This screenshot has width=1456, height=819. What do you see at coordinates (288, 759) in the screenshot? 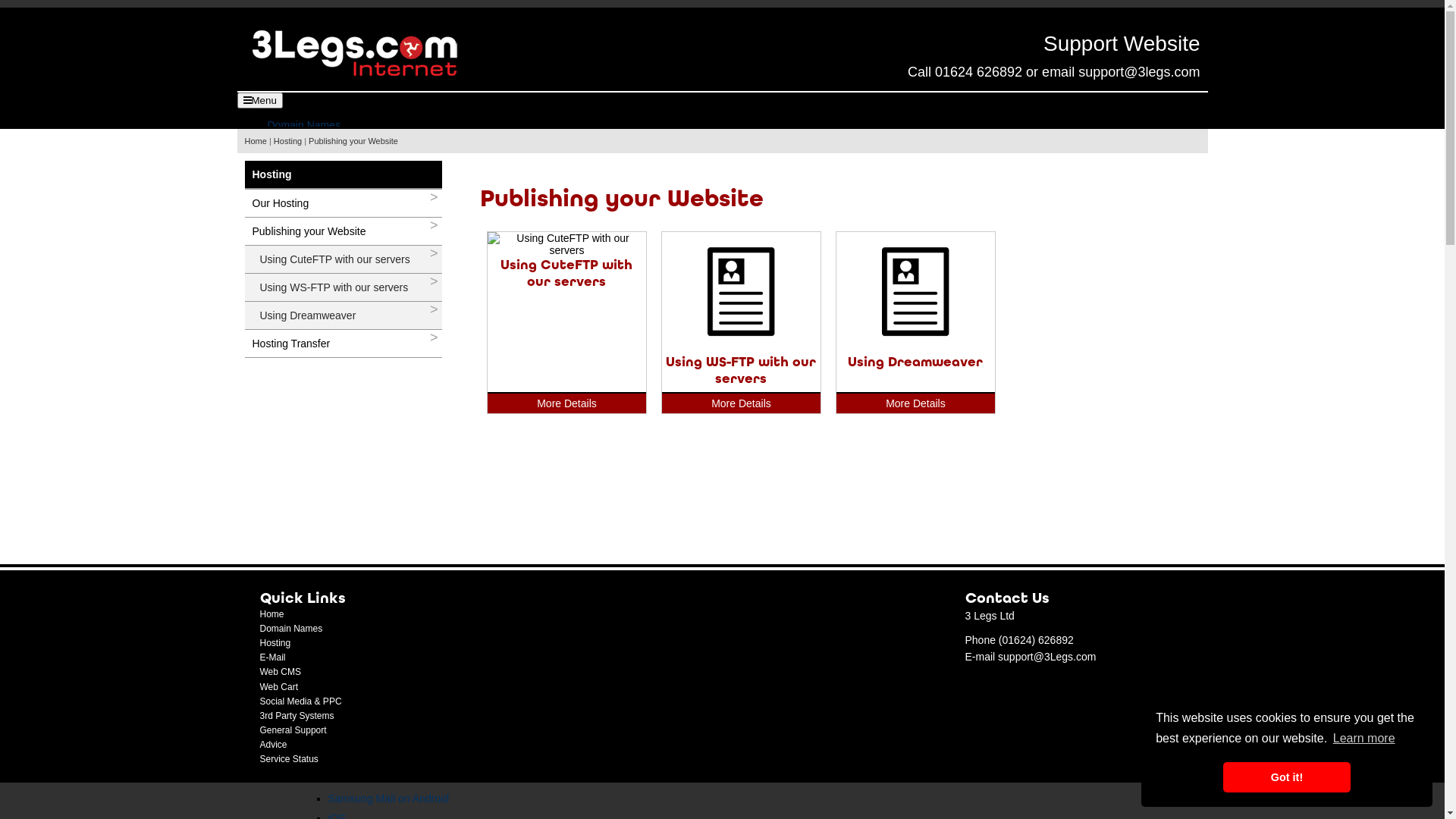
I see `'Service Status'` at bounding box center [288, 759].